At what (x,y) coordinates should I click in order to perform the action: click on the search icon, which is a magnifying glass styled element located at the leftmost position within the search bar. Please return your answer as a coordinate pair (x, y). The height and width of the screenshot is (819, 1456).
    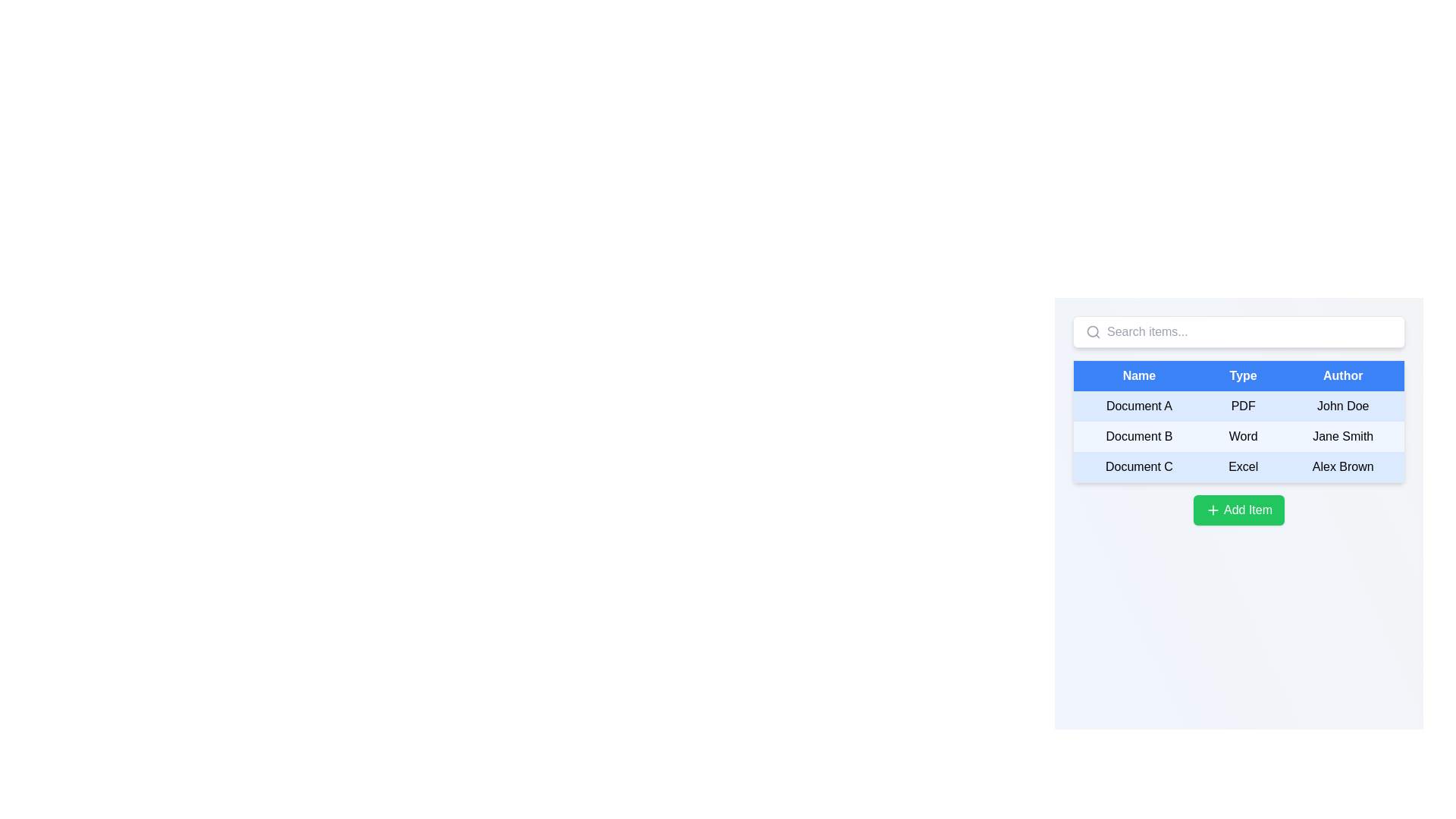
    Looking at the image, I should click on (1093, 331).